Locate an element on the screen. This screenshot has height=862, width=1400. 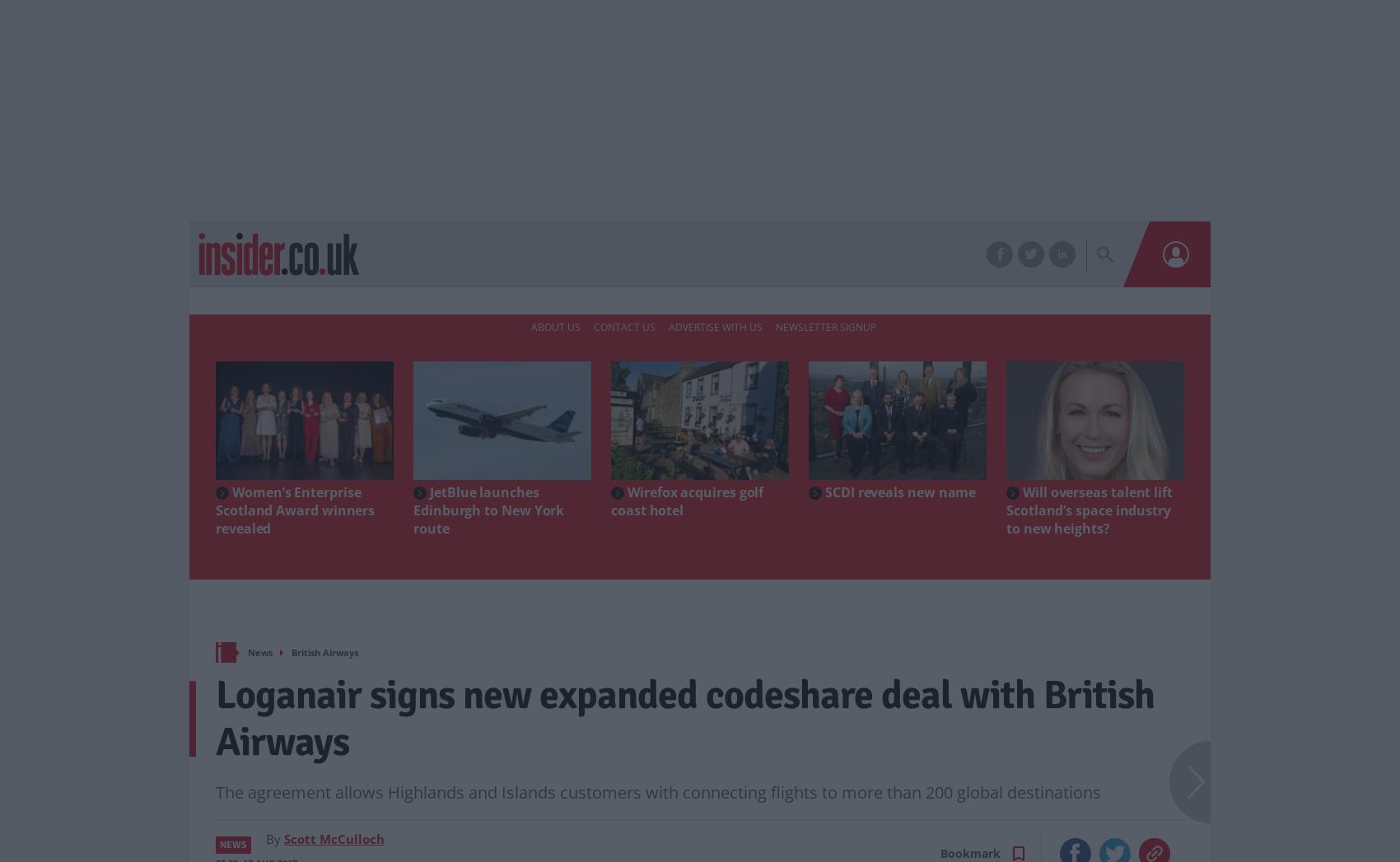
'Sectors' is located at coordinates (568, 254).